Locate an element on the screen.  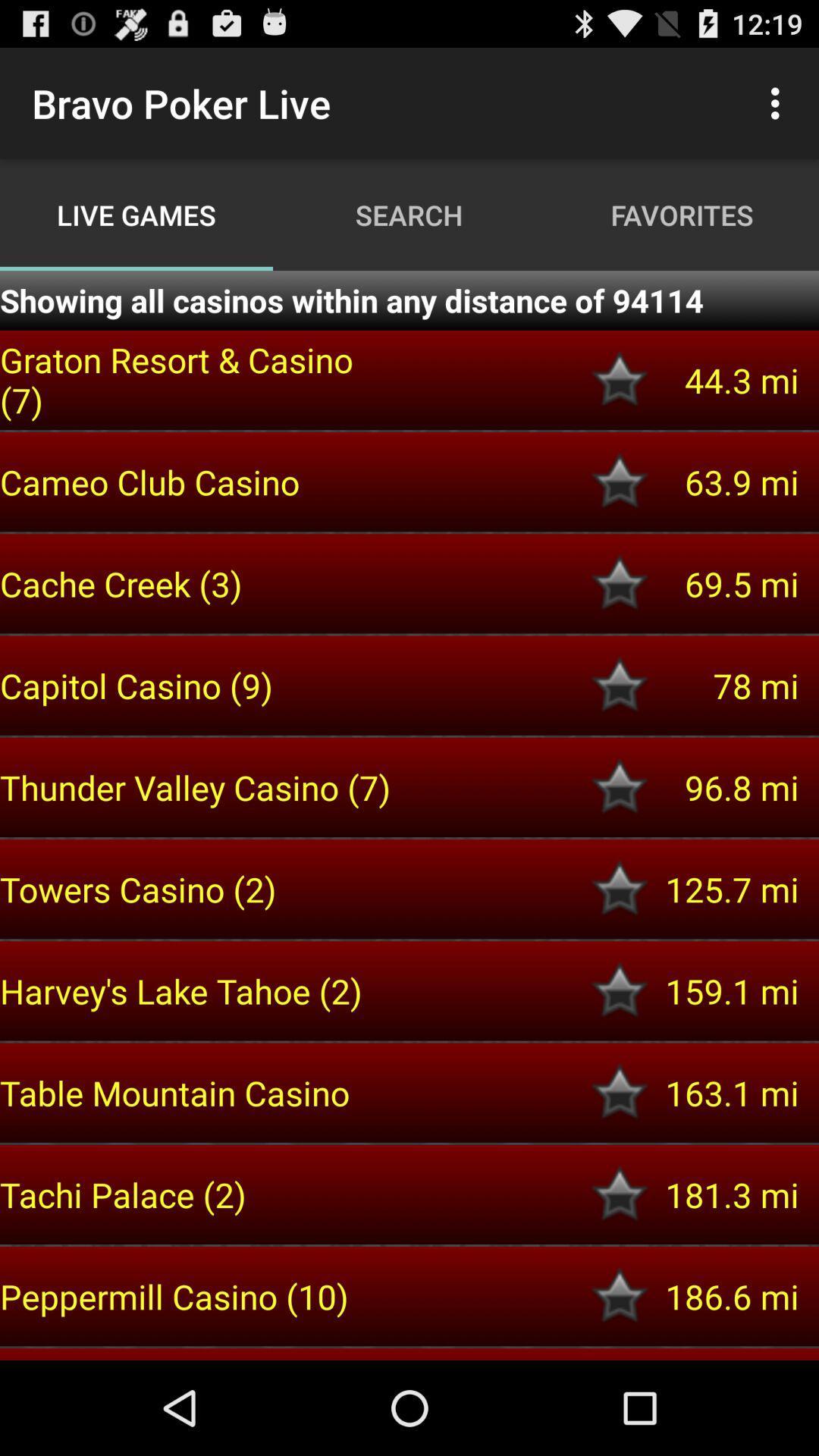
63.9 mi is located at coordinates (723, 481).